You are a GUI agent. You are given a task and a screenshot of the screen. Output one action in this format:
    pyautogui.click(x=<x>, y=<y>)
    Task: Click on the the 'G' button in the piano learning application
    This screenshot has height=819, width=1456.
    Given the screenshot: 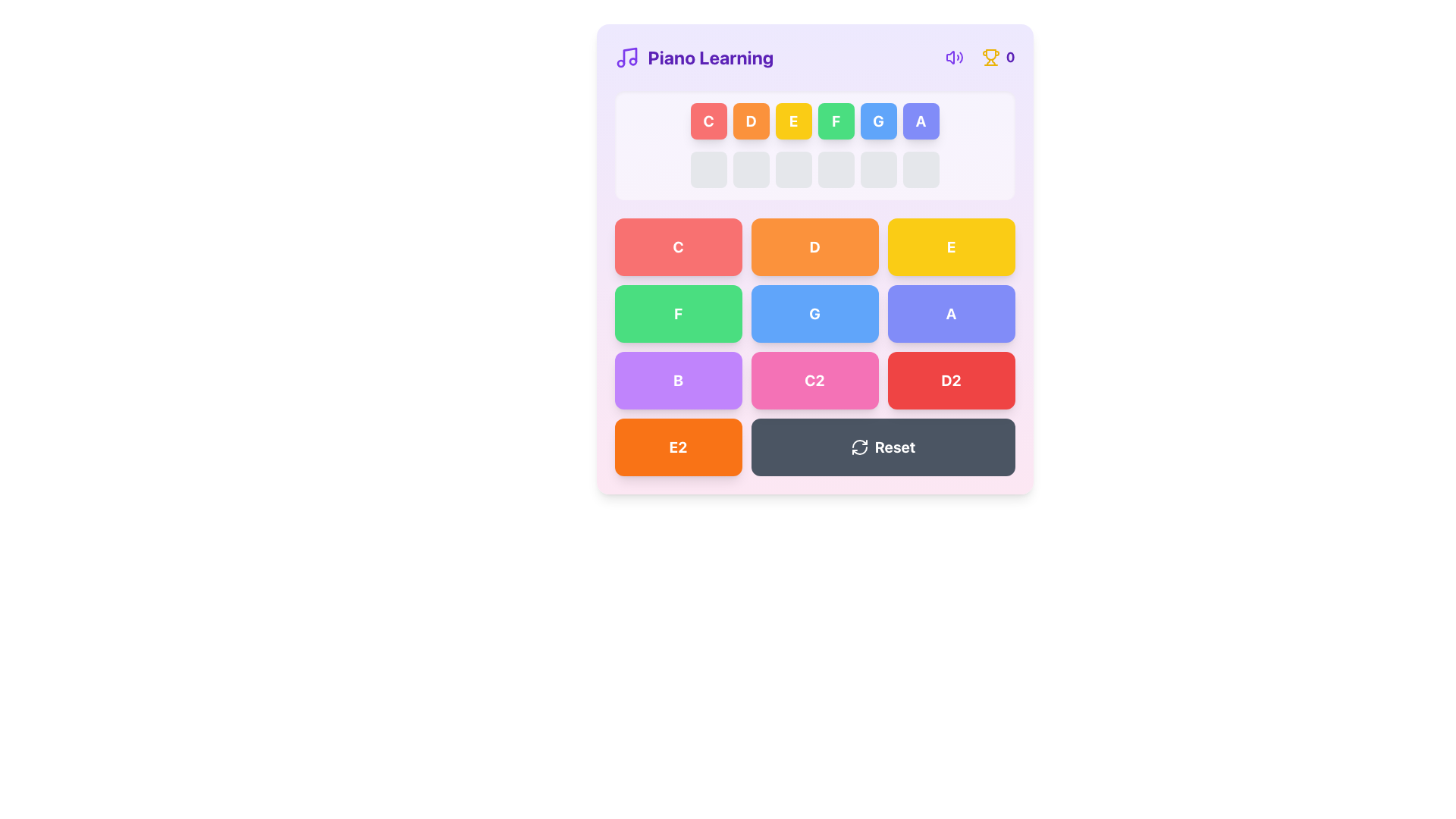 What is the action you would take?
    pyautogui.click(x=814, y=312)
    